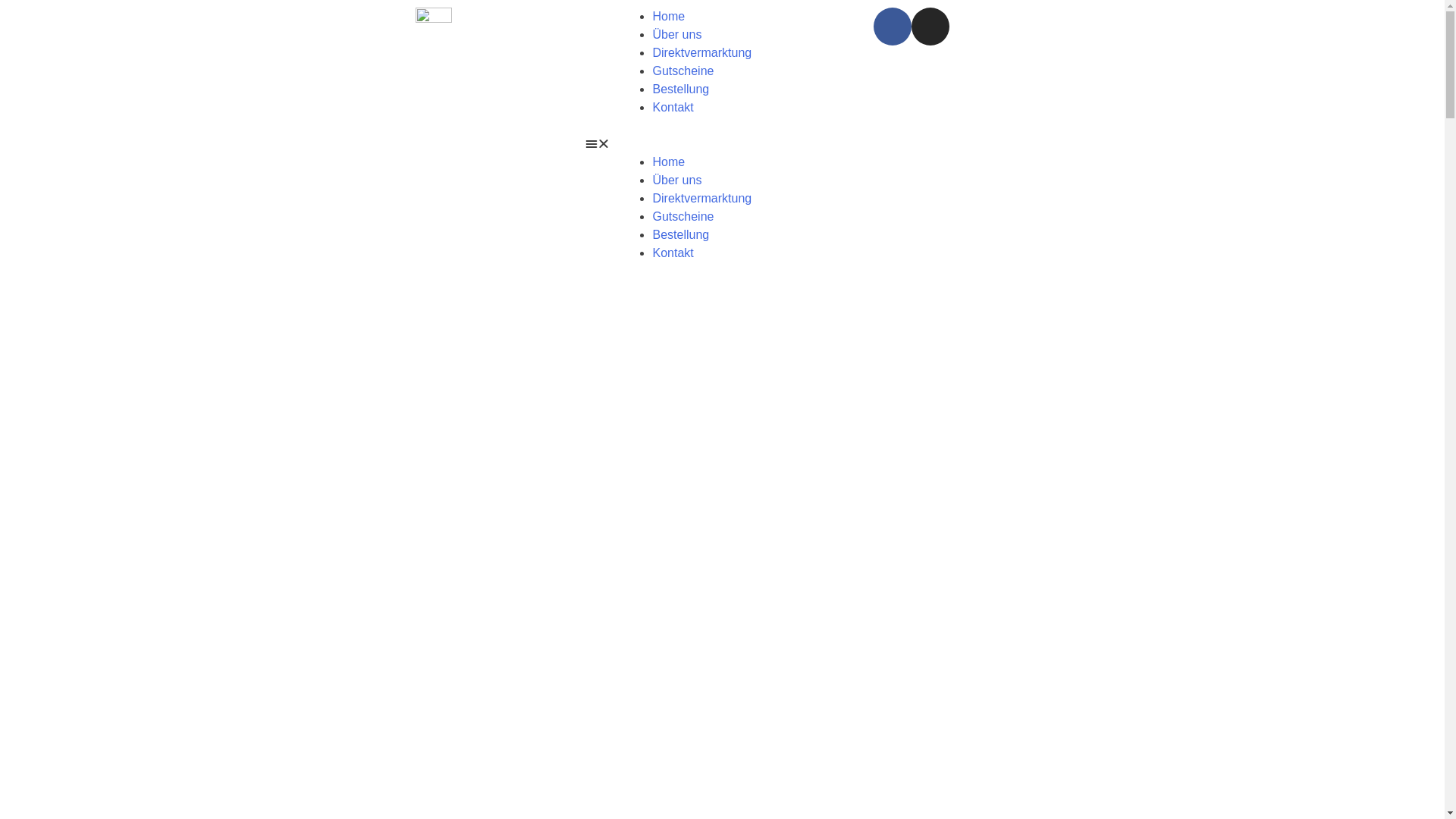 The width and height of the screenshot is (1456, 819). Describe the element at coordinates (701, 52) in the screenshot. I see `'Direktvermarktung'` at that location.